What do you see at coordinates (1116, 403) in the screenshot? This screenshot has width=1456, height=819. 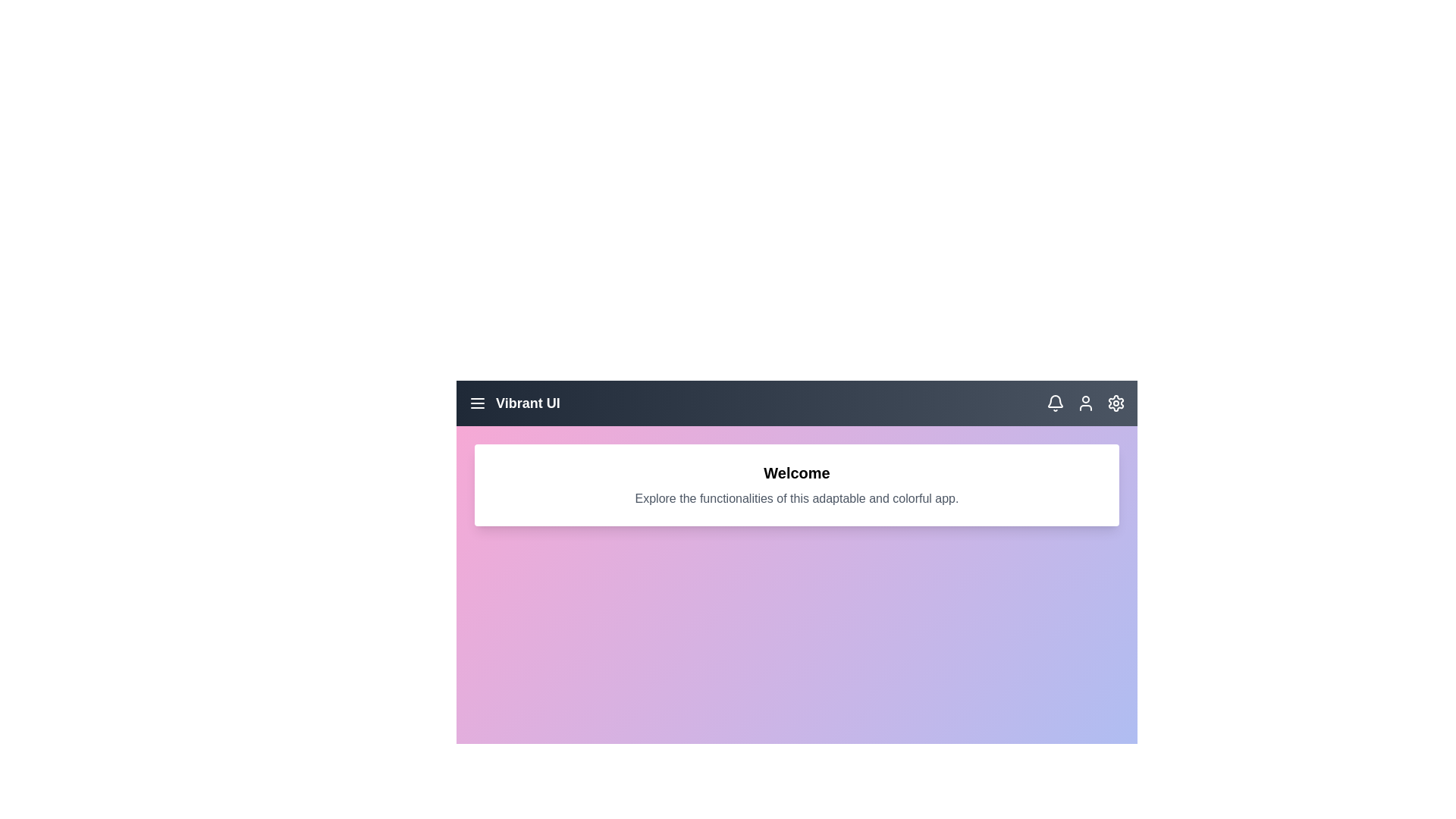 I see `the settings icon in the app bar` at bounding box center [1116, 403].